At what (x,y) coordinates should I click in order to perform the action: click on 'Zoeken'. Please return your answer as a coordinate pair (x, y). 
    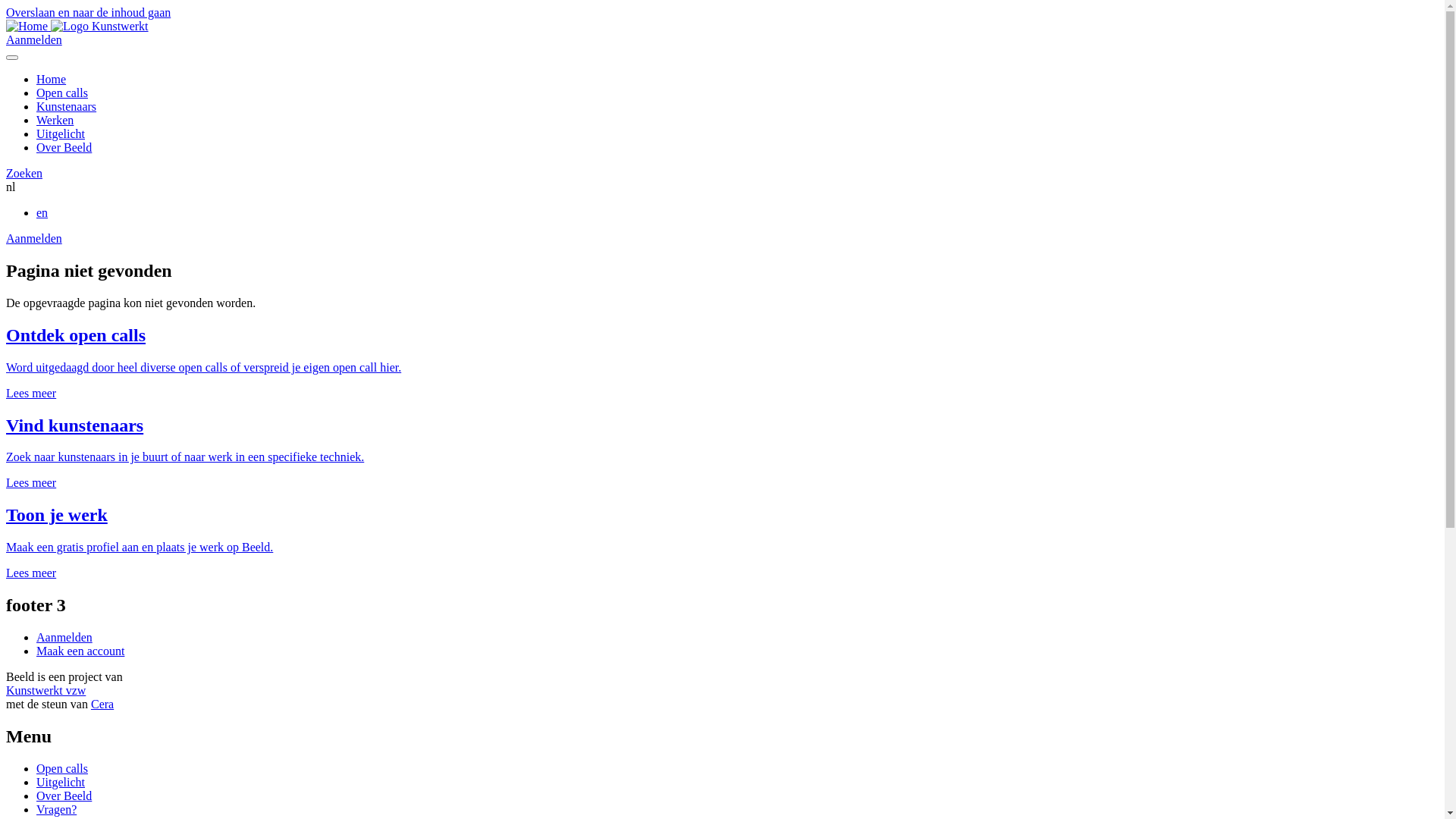
    Looking at the image, I should click on (6, 172).